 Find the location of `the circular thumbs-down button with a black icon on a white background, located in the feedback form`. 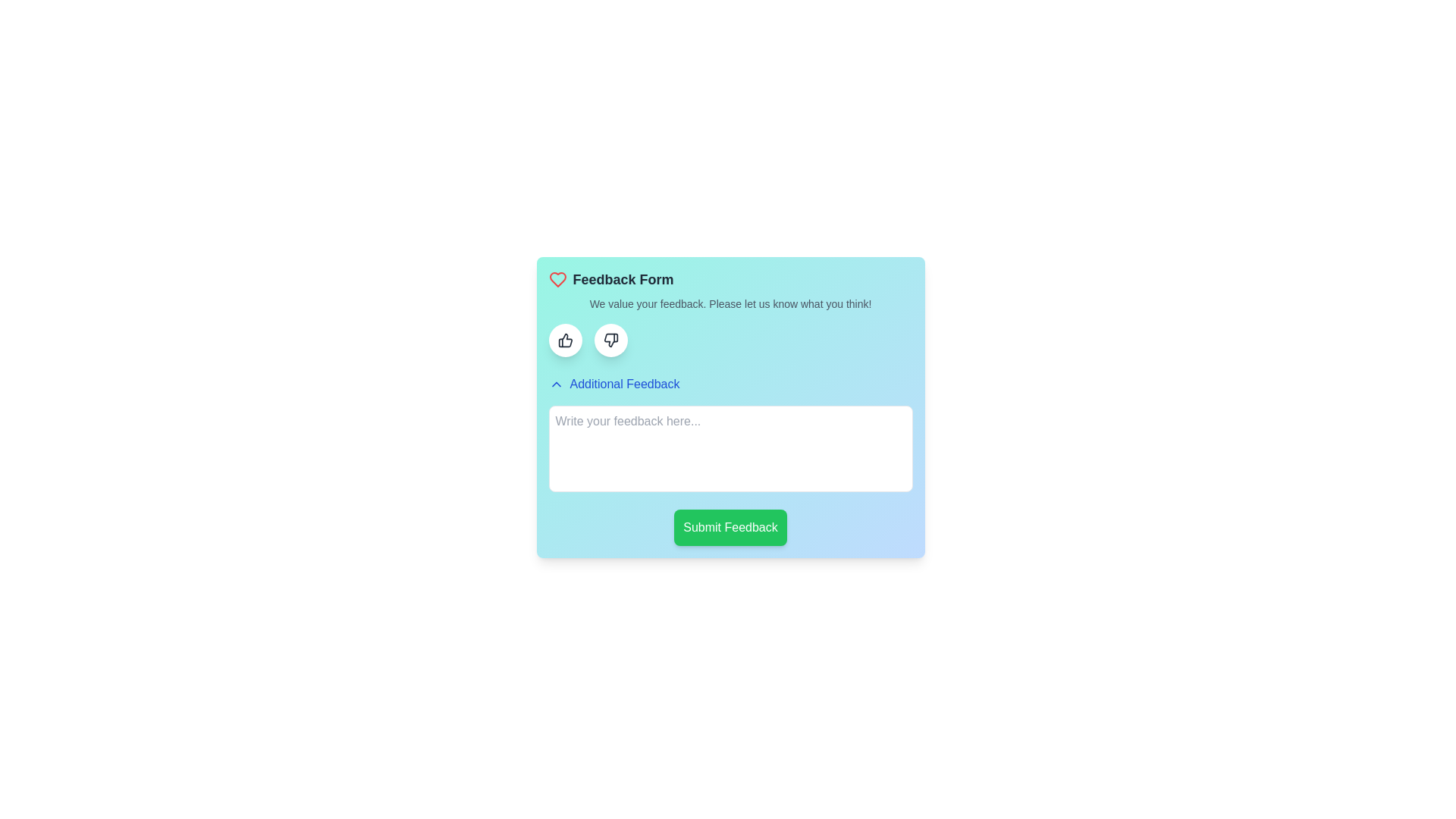

the circular thumbs-down button with a black icon on a white background, located in the feedback form is located at coordinates (610, 339).